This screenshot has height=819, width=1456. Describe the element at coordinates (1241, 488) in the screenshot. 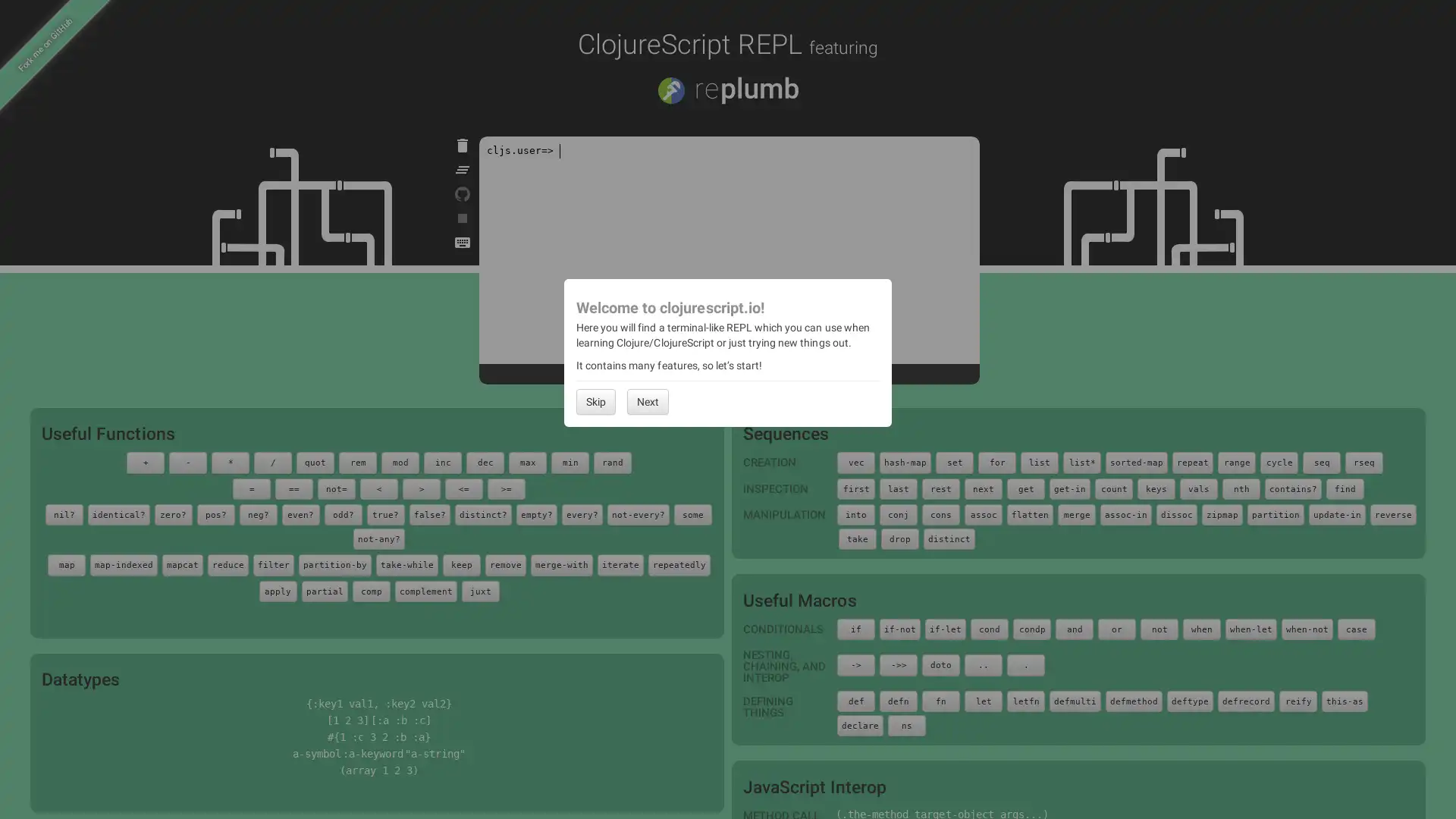

I see `nth` at that location.